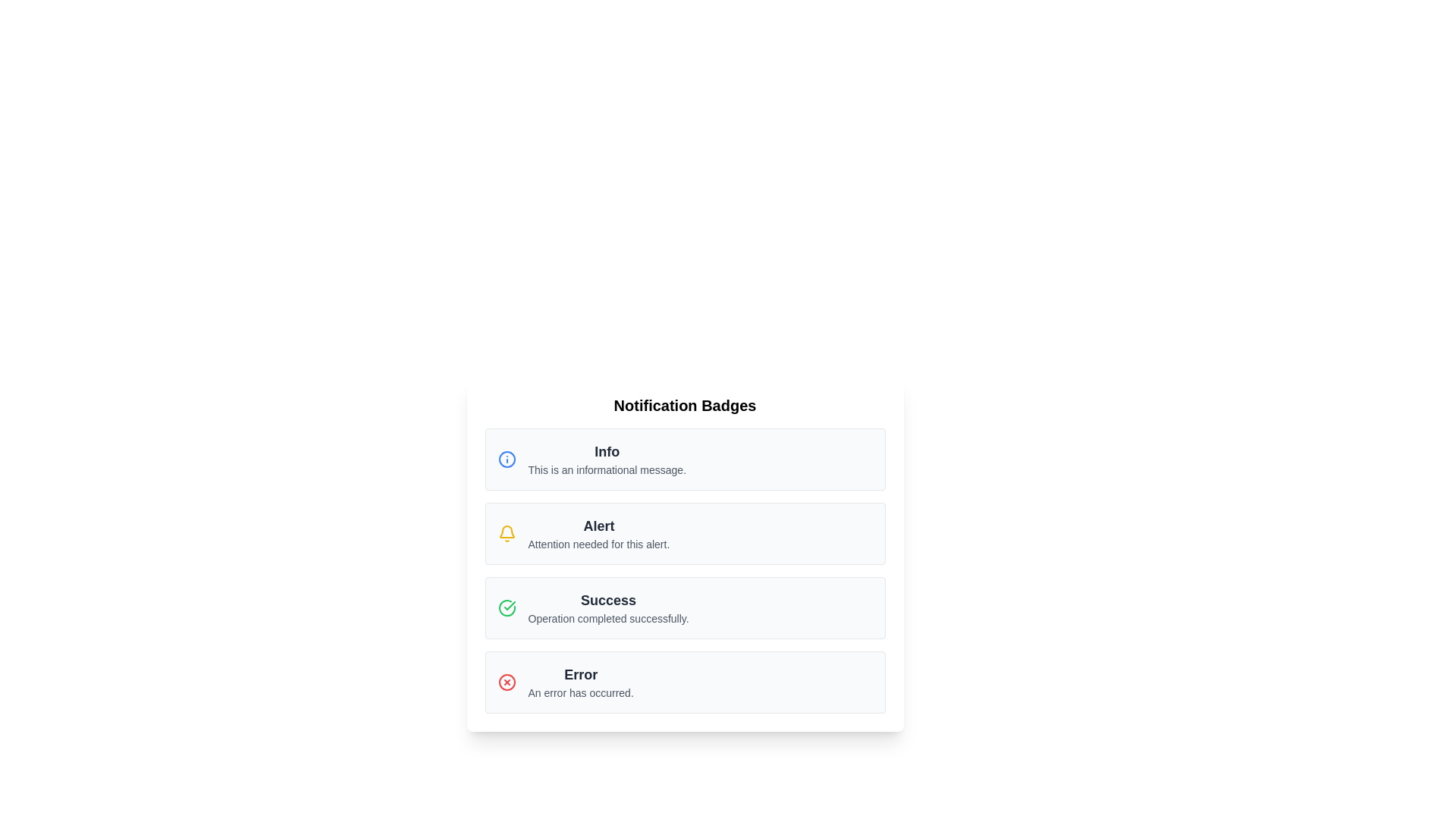  What do you see at coordinates (684, 607) in the screenshot?
I see `the third notification block indicating a completed operation, positioned between the 'Alert' and 'Error' blocks` at bounding box center [684, 607].